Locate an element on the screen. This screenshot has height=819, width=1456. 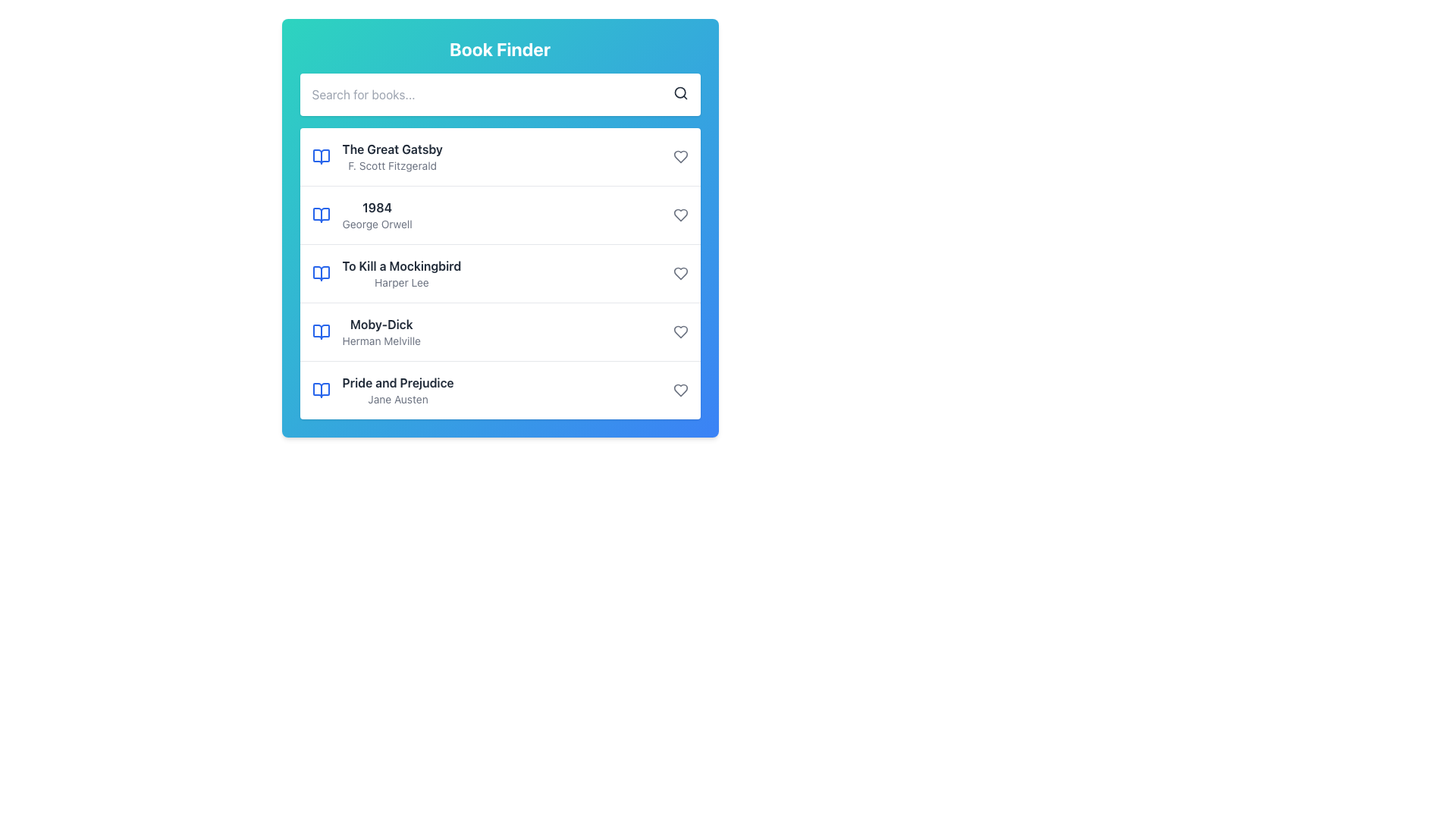
the book title 'Moby-Dick' in the book list to view its details is located at coordinates (500, 331).